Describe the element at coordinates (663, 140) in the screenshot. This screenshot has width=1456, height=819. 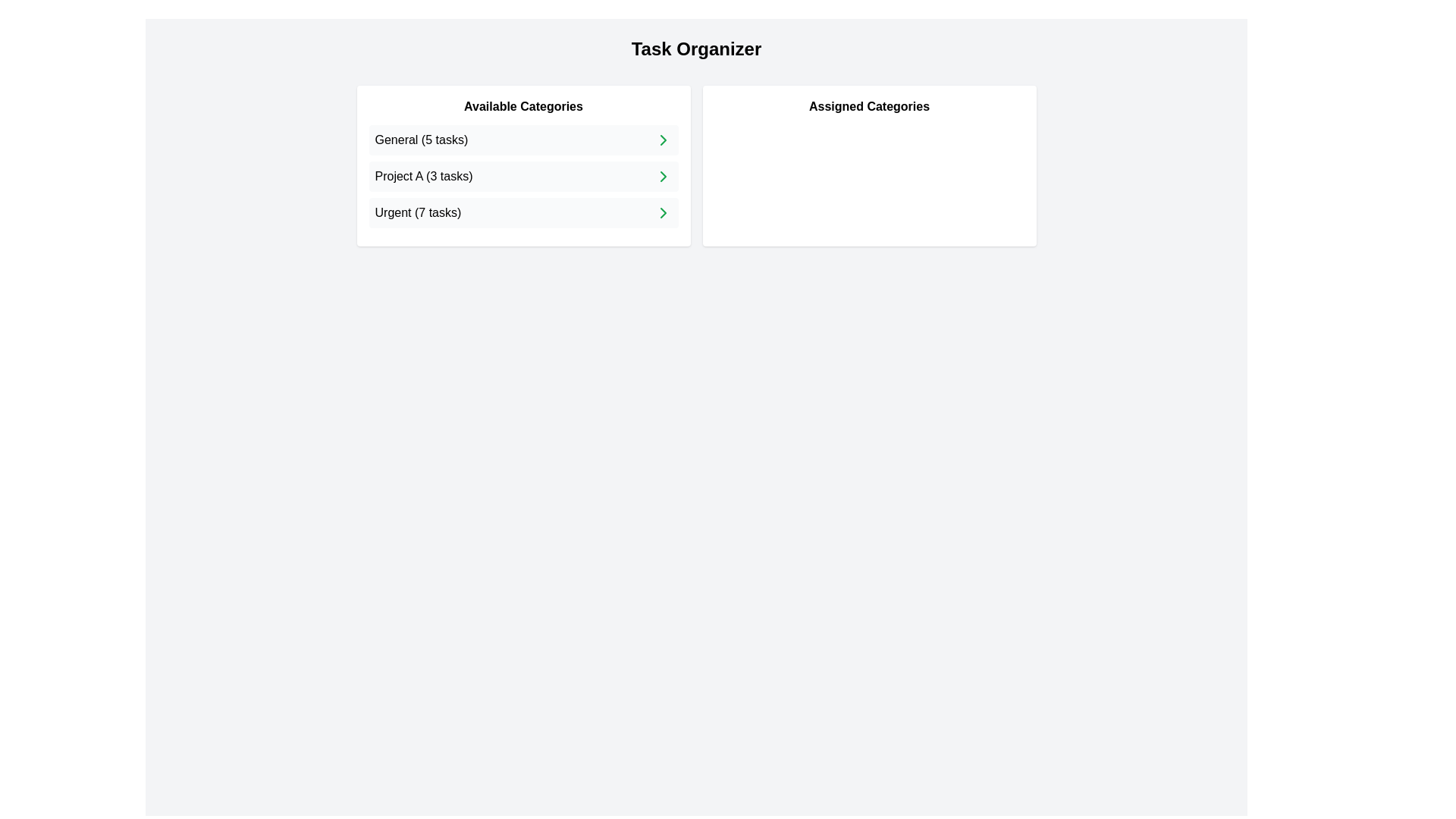
I see `right arrow next to the category General (5 tasks) in the 'Available Categories' list to assign it to the 'Assigned Categories' list` at that location.